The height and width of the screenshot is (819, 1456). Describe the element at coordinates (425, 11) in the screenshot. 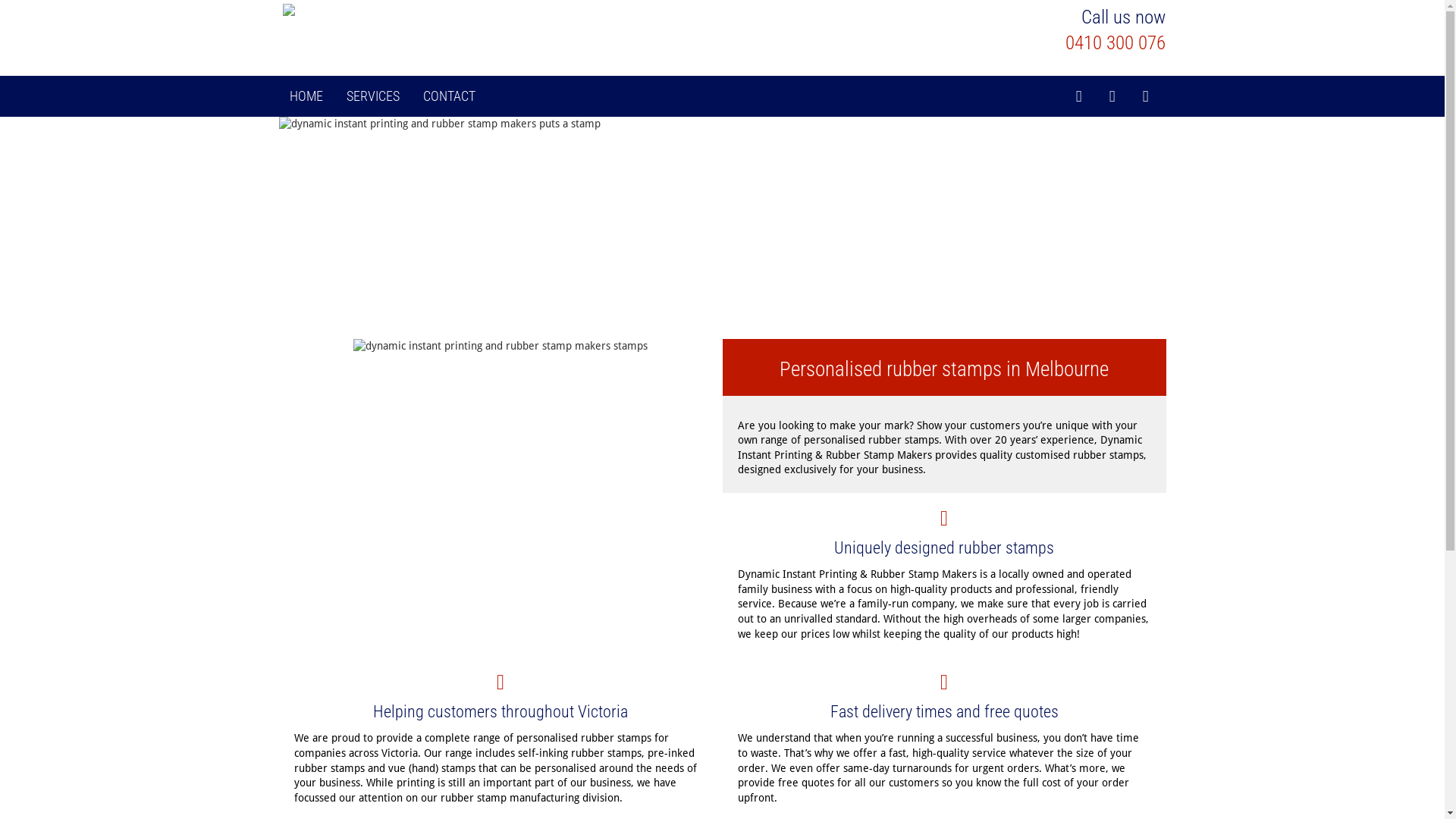

I see `'dynamic instant printing and rubber stamp makers logo'` at that location.